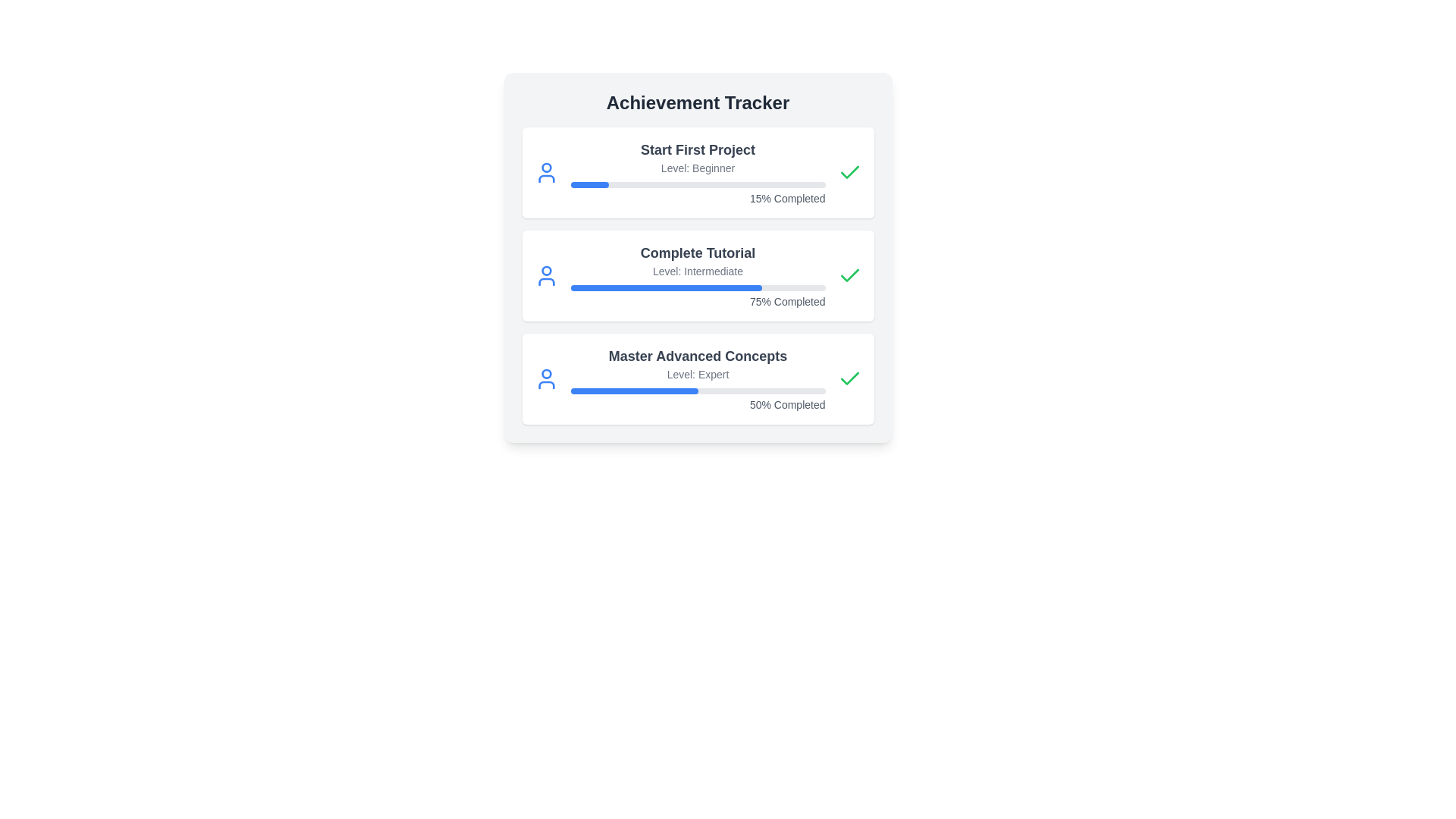 The image size is (1456, 819). Describe the element at coordinates (546, 275) in the screenshot. I see `the user achievement icon representing the 'Complete Tutorial' achievement, located to the far left within the 'Complete Tutorial' section of the achievement tracker interface` at that location.